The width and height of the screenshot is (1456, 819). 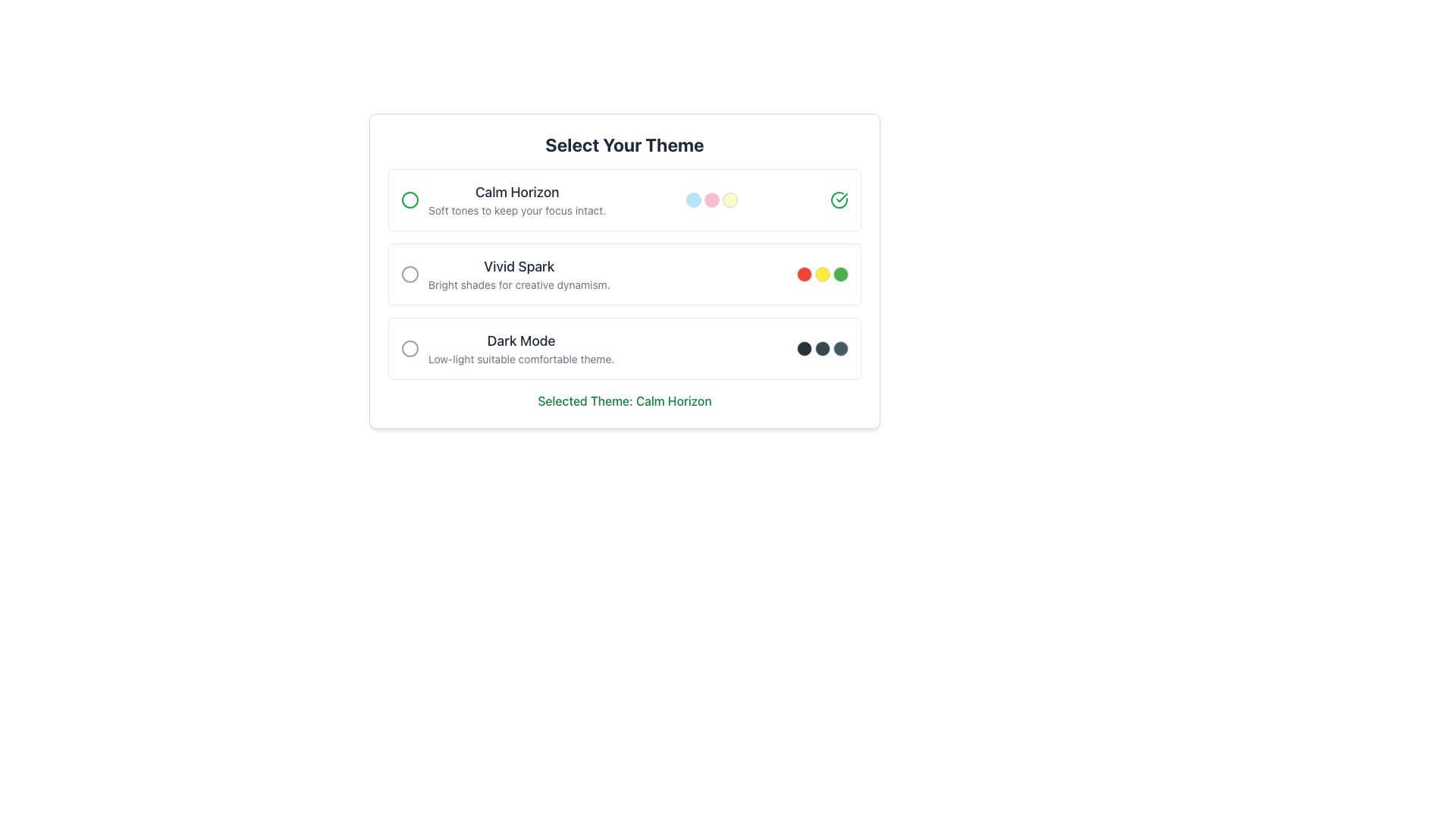 What do you see at coordinates (693, 199) in the screenshot?
I see `the first circular color indicator for the 'Calm Horizon' theme located near the top-right of the theme selection options` at bounding box center [693, 199].